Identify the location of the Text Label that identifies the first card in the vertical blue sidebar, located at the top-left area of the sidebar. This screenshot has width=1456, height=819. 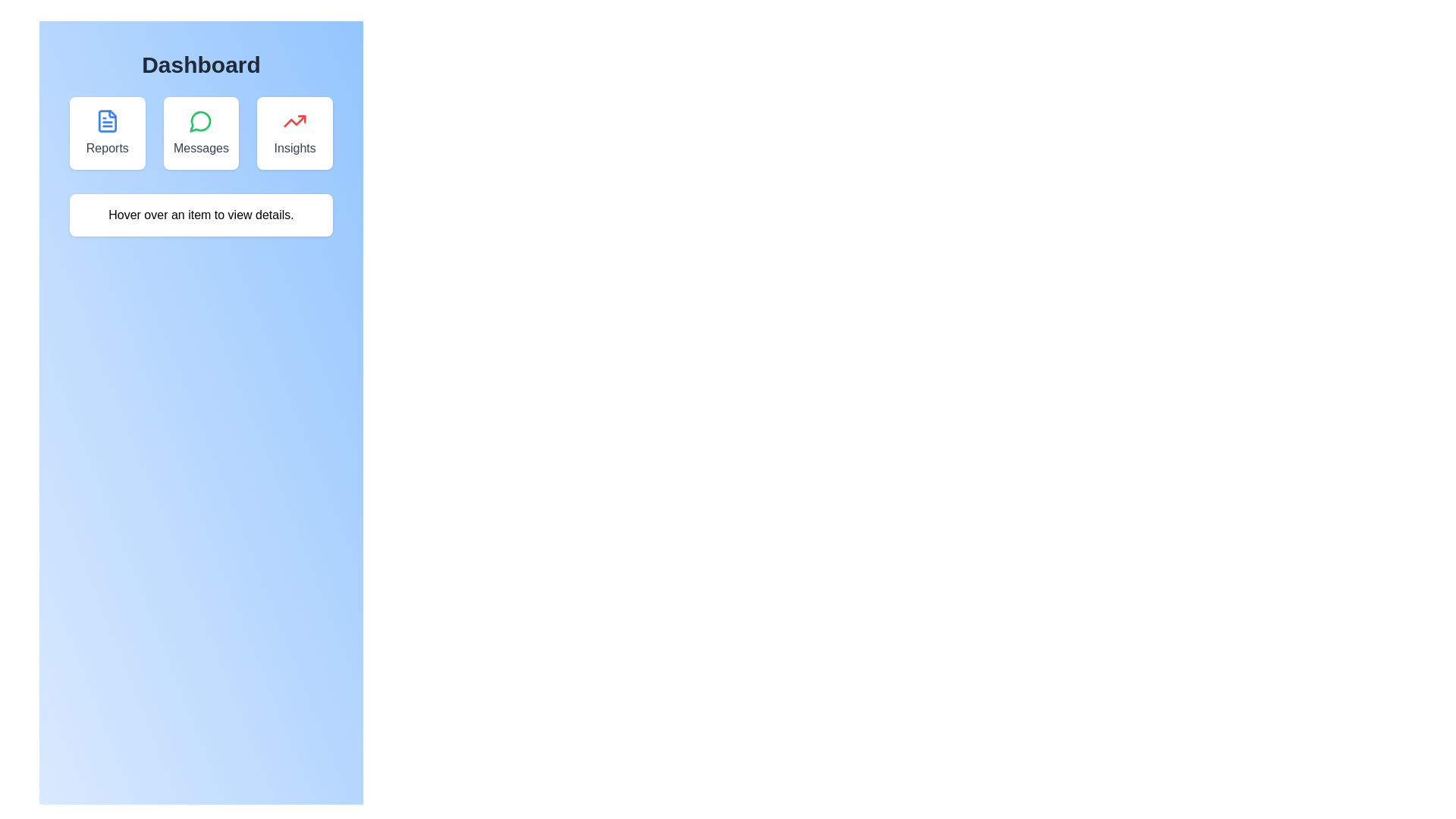
(106, 149).